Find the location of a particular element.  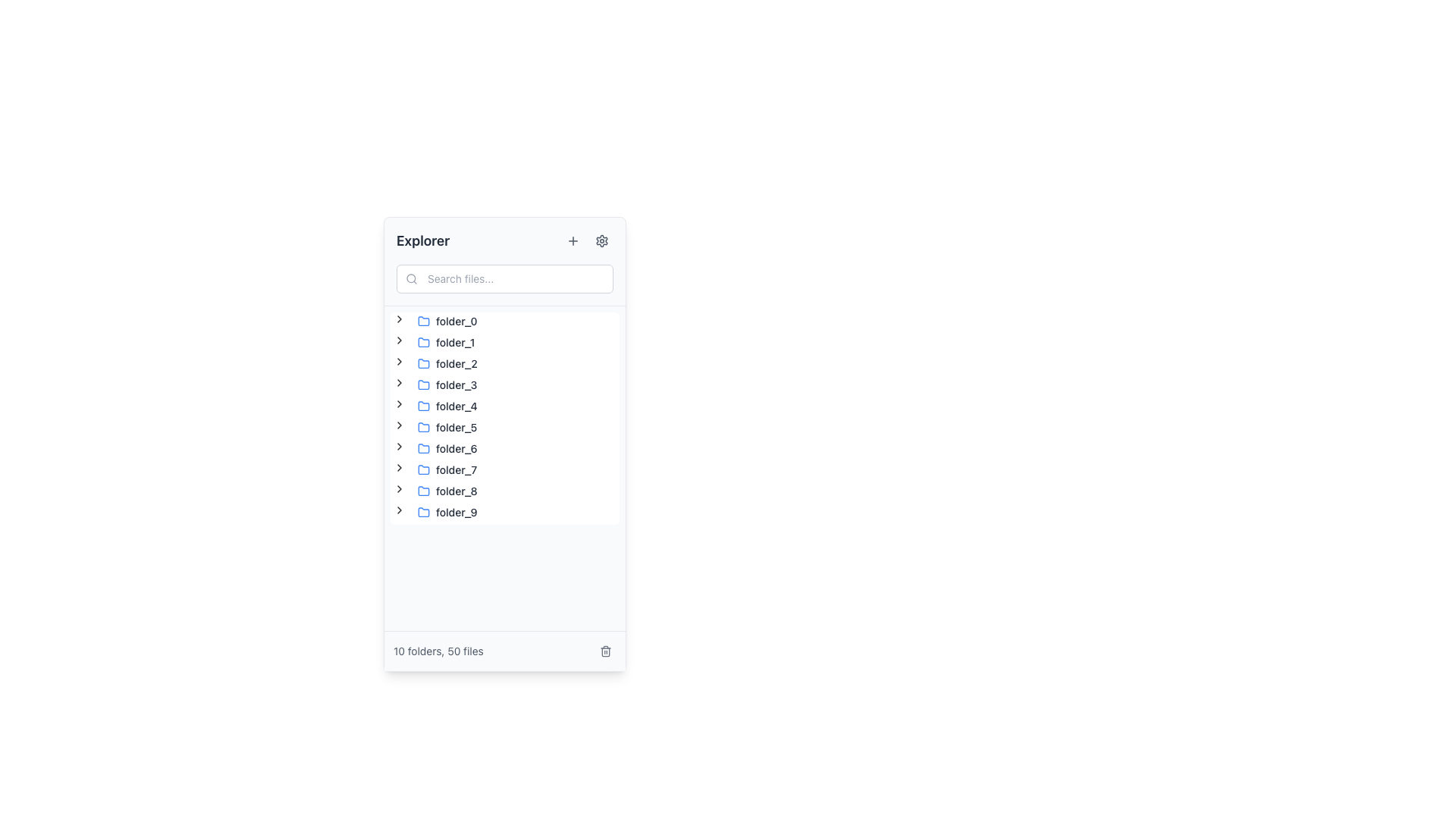

the folder icon adjacent to the label 'folder_1' in the Explorer interface is located at coordinates (423, 342).